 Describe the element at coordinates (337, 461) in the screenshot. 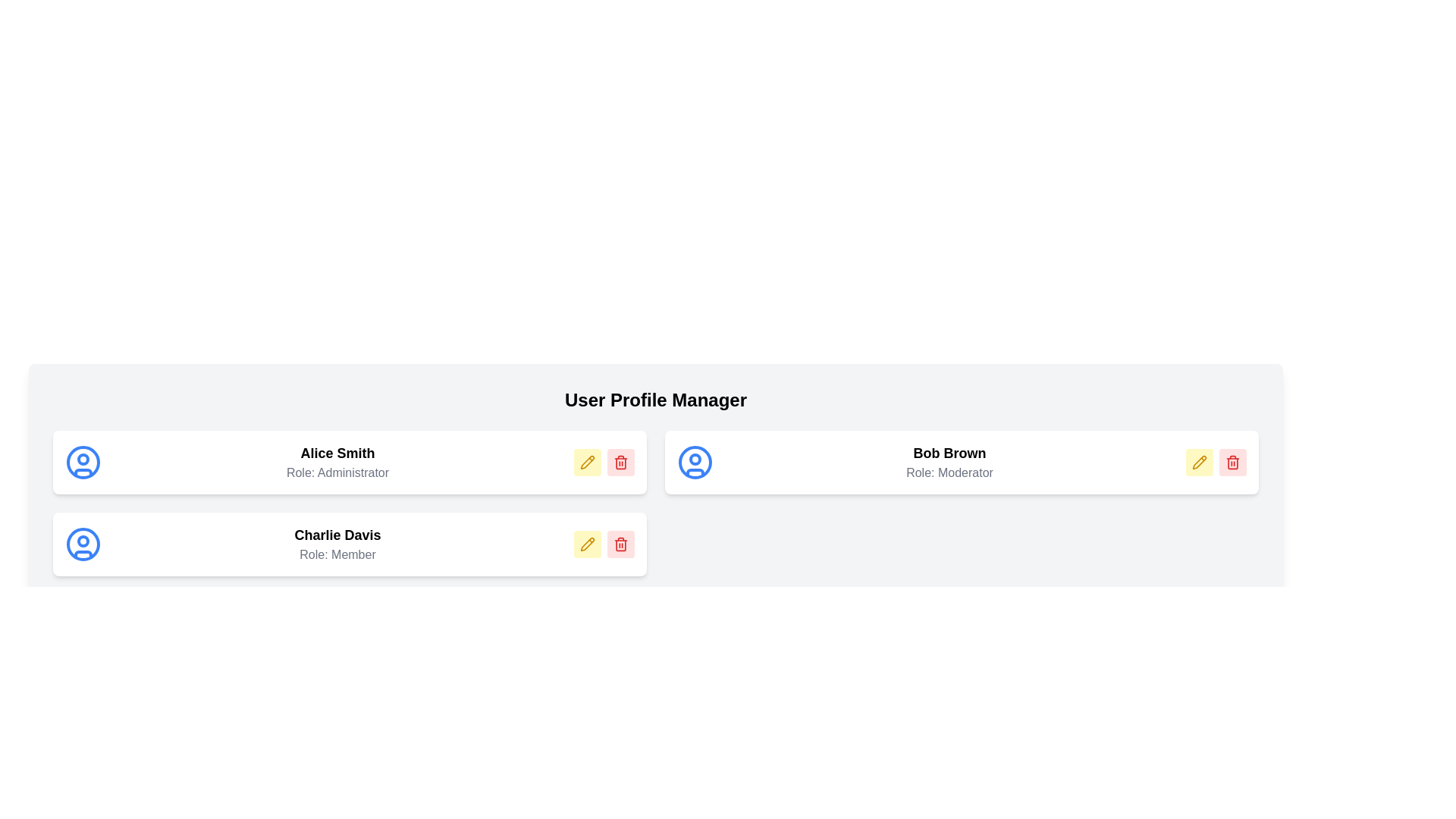

I see `the Text area displaying the name 'Alice Smith' and role 'Administrator' in the upper left card of the user profiles grid` at that location.